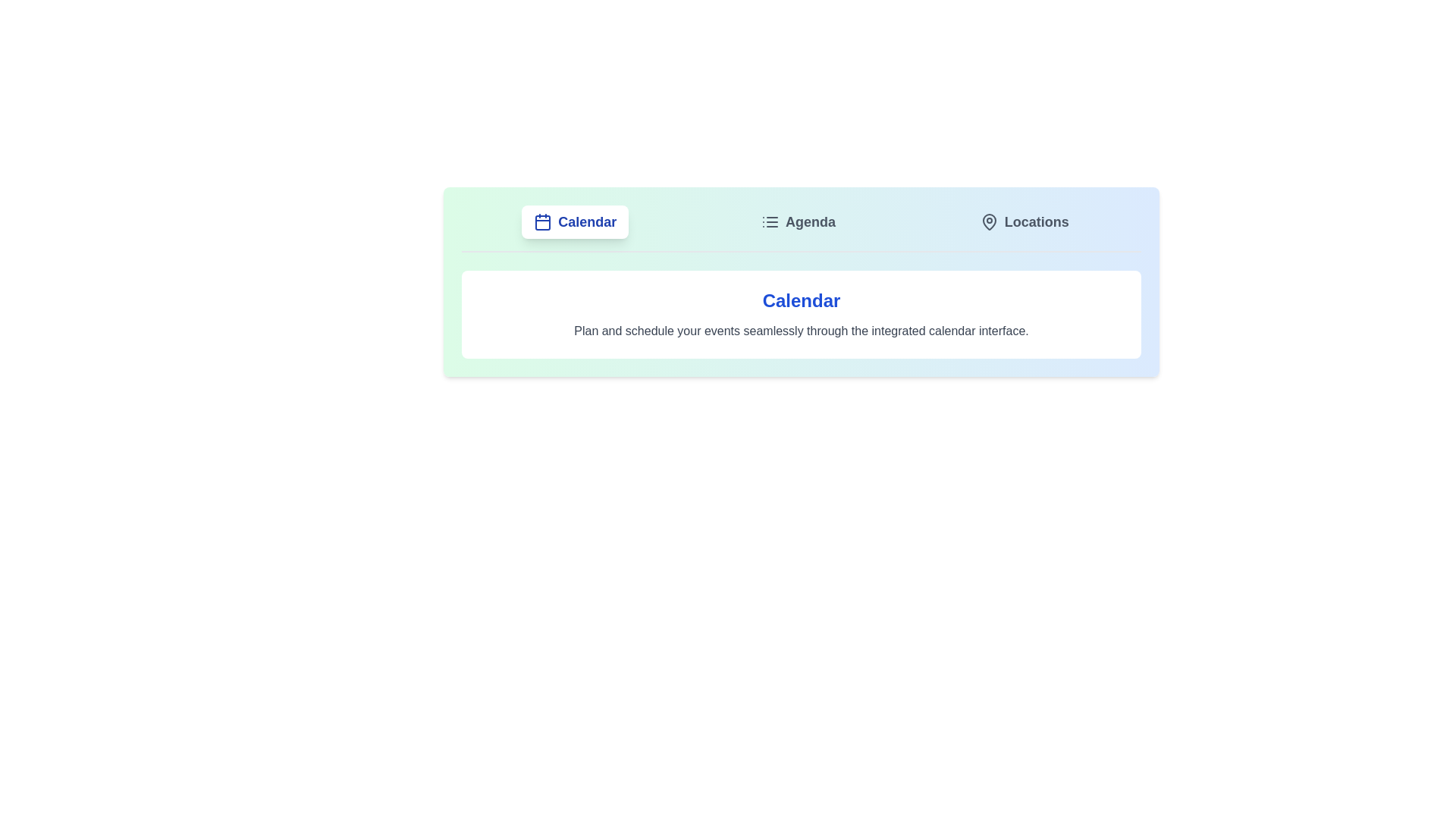  What do you see at coordinates (1024, 222) in the screenshot?
I see `the Locations tab by clicking on it` at bounding box center [1024, 222].